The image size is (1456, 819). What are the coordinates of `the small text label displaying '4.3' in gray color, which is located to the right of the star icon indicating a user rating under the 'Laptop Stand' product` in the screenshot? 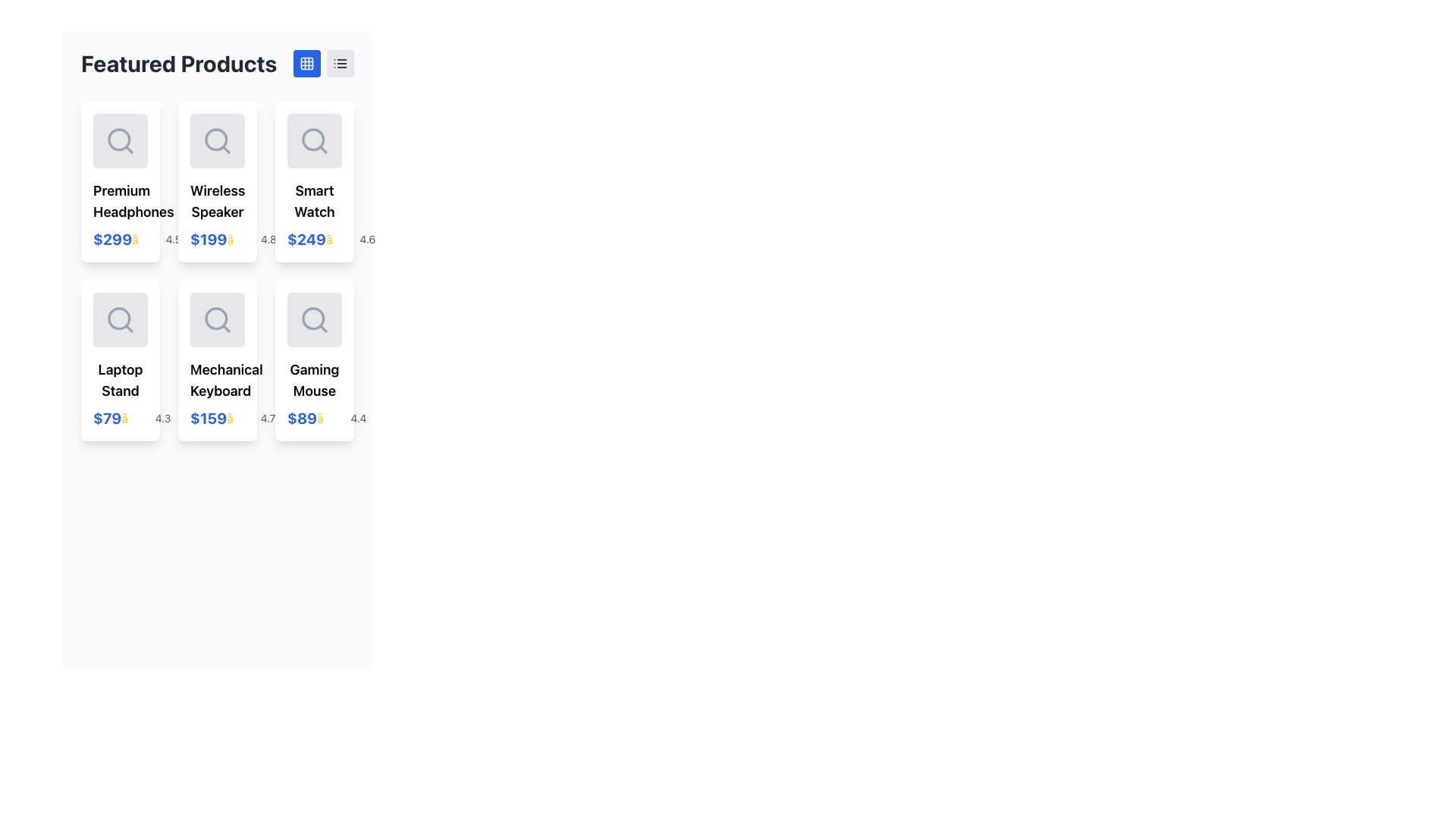 It's located at (163, 418).